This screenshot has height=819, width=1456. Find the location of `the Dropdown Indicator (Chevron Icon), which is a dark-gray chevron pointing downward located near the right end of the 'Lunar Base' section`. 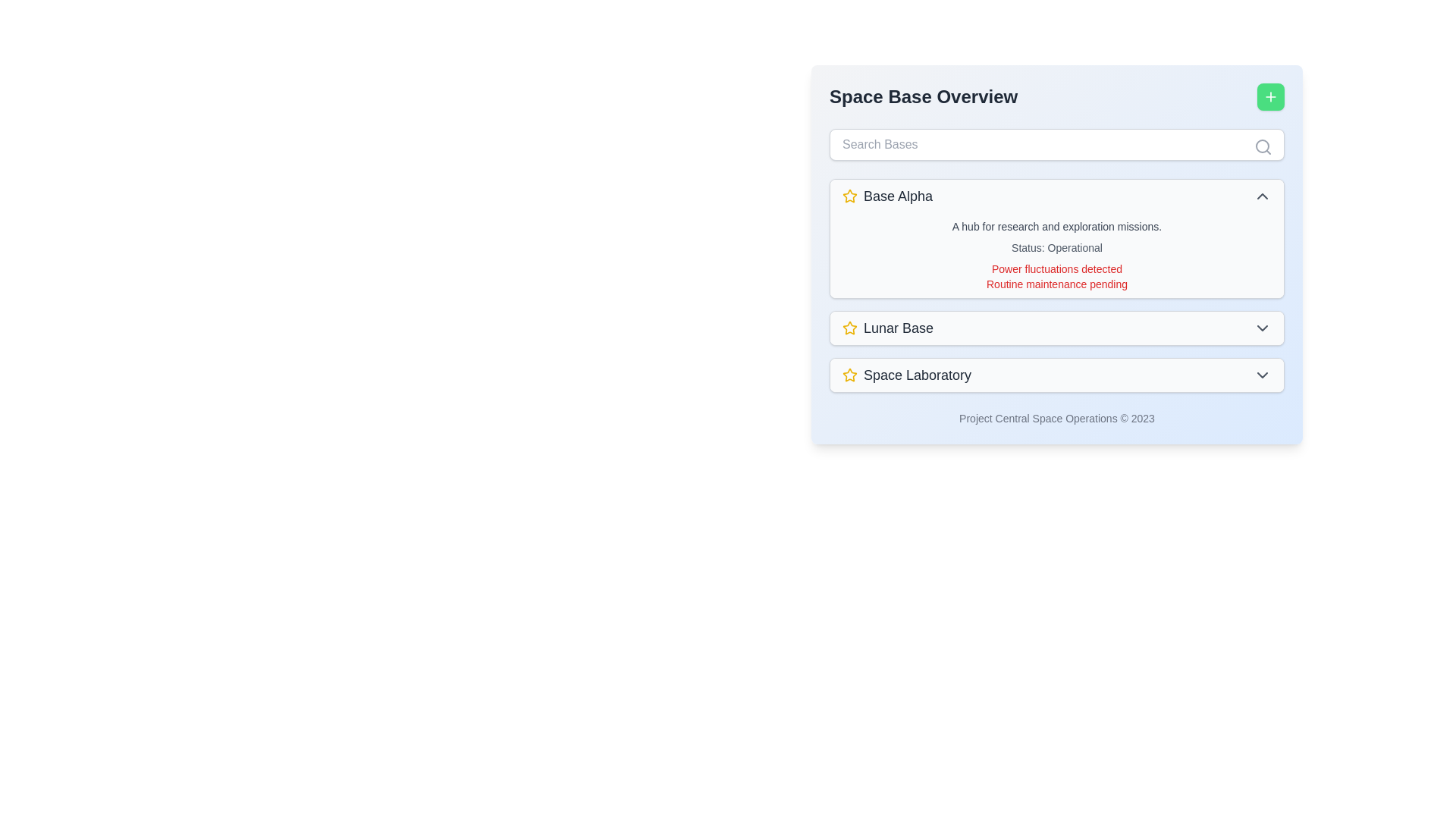

the Dropdown Indicator (Chevron Icon), which is a dark-gray chevron pointing downward located near the right end of the 'Lunar Base' section is located at coordinates (1263, 327).